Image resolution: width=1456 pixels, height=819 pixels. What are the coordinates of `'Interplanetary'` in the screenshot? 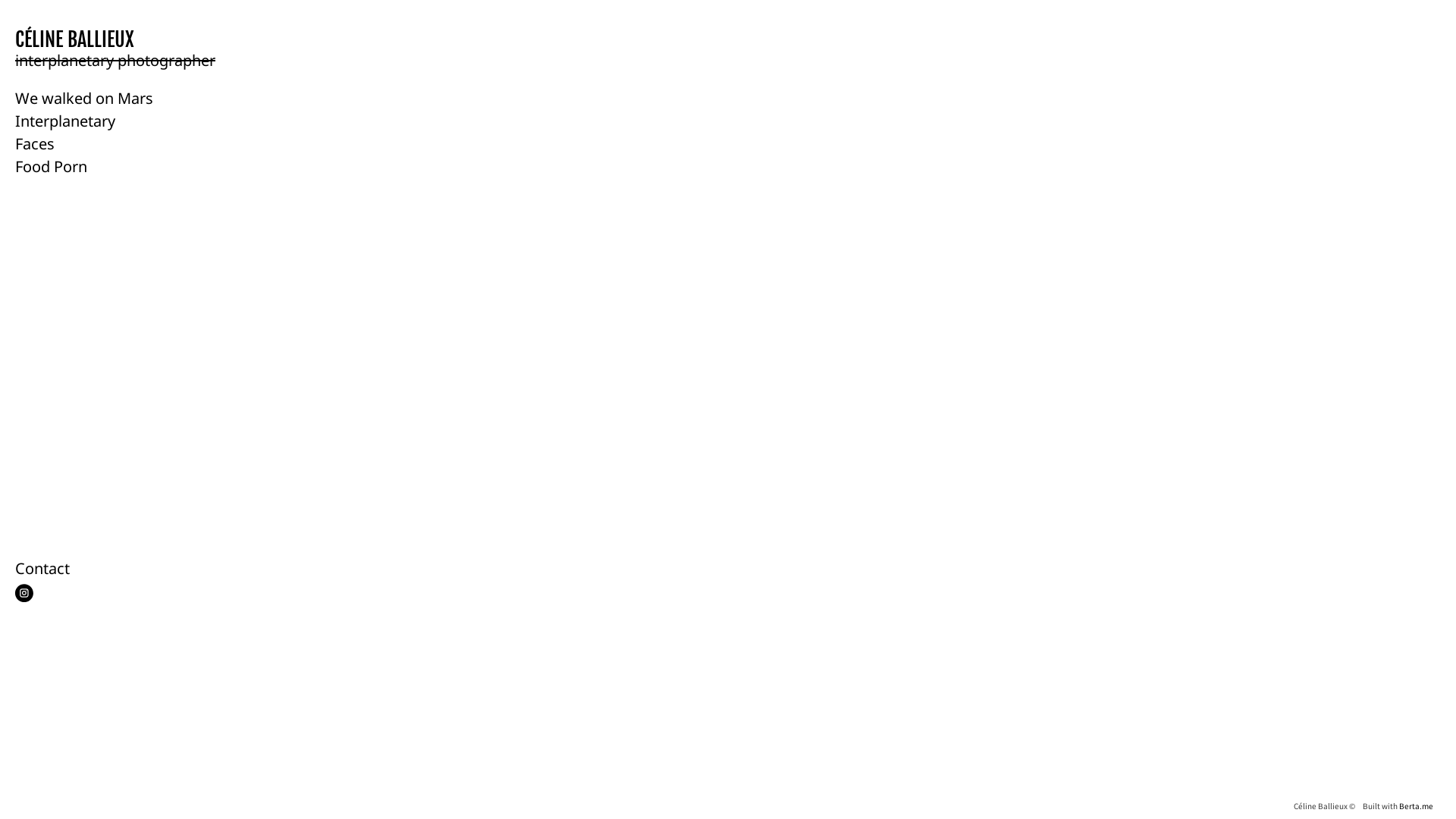 It's located at (64, 120).